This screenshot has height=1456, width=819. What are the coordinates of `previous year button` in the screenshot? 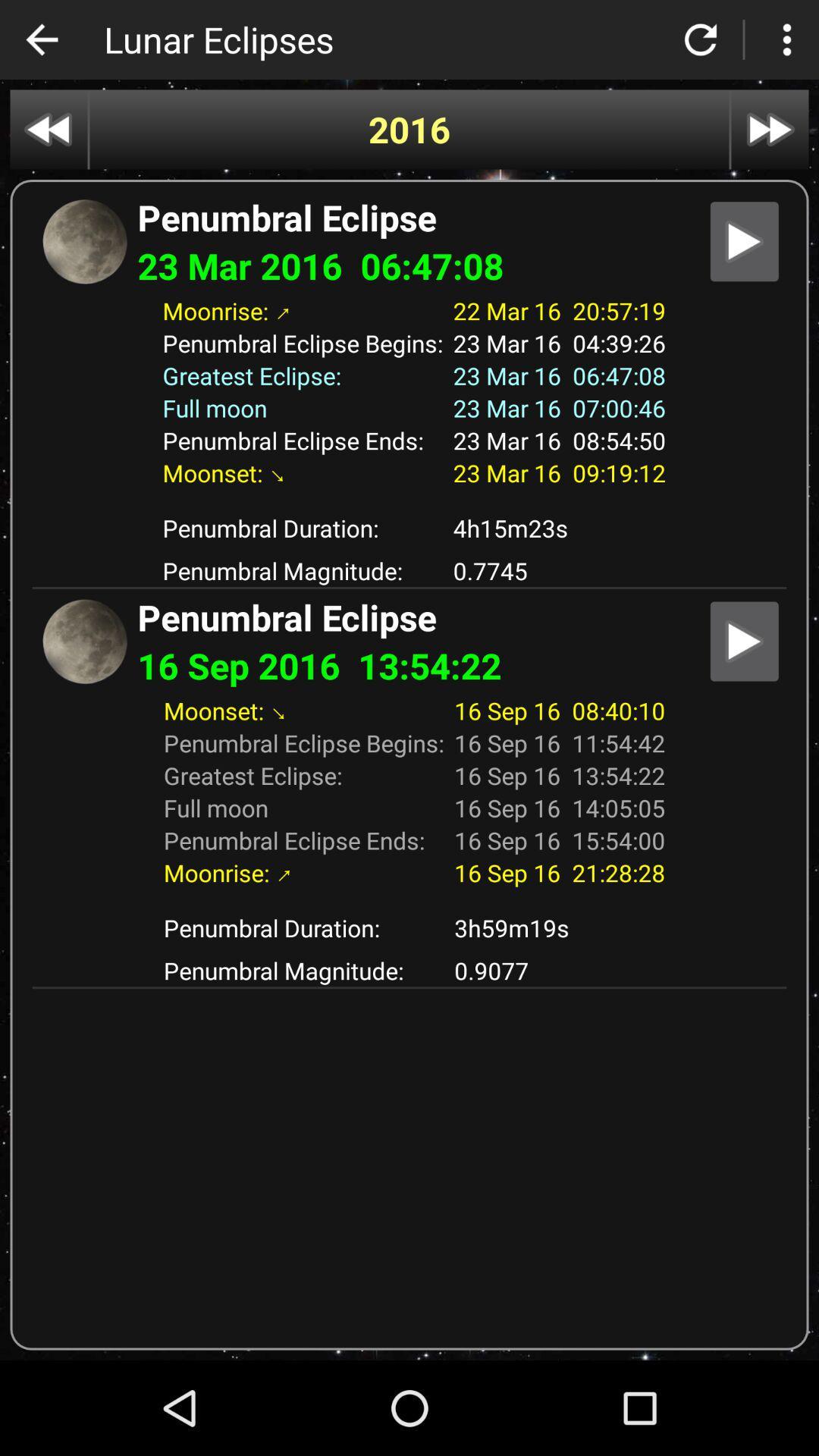 It's located at (48, 130).